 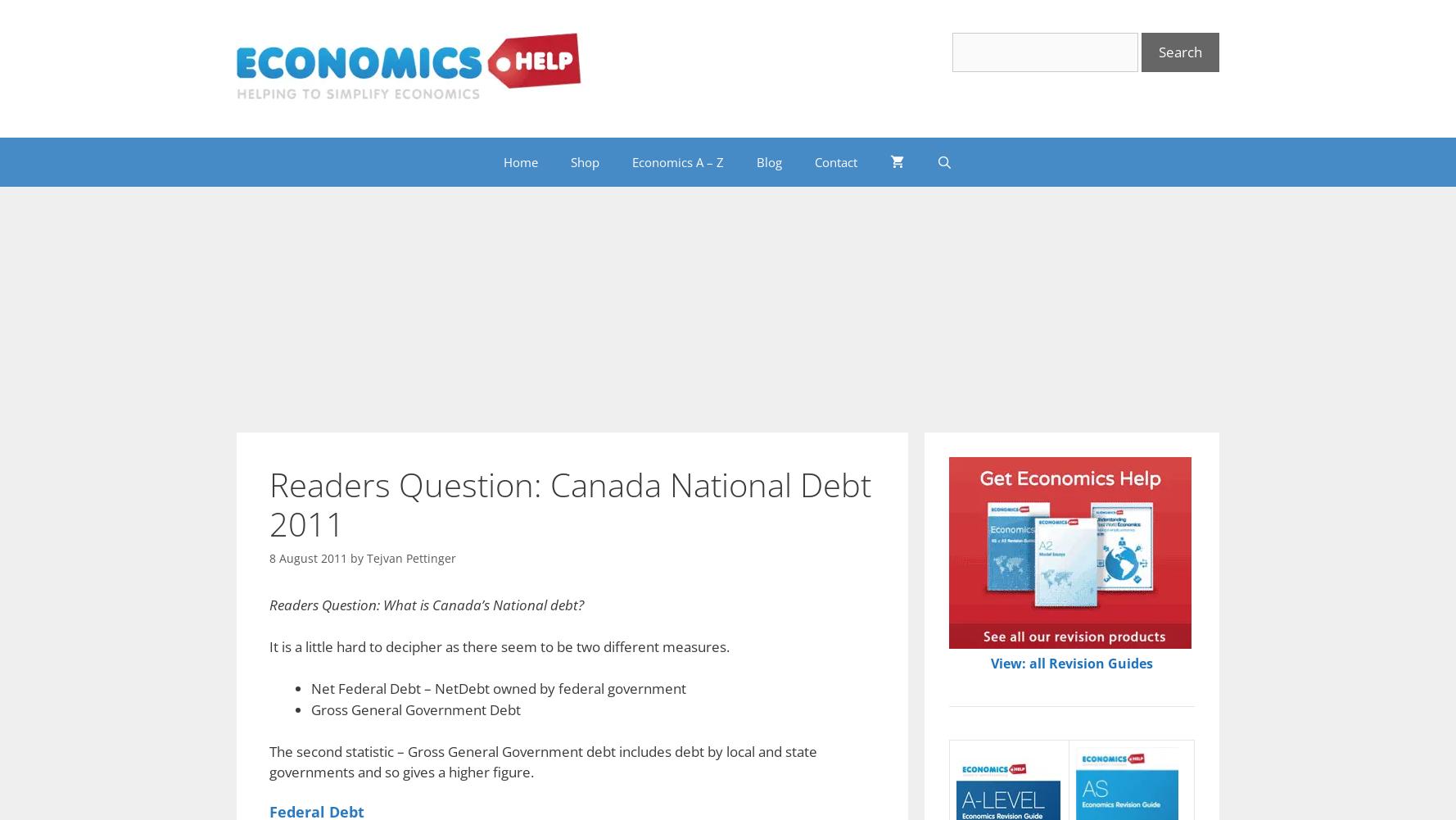 I want to click on 'by', so click(x=358, y=556).